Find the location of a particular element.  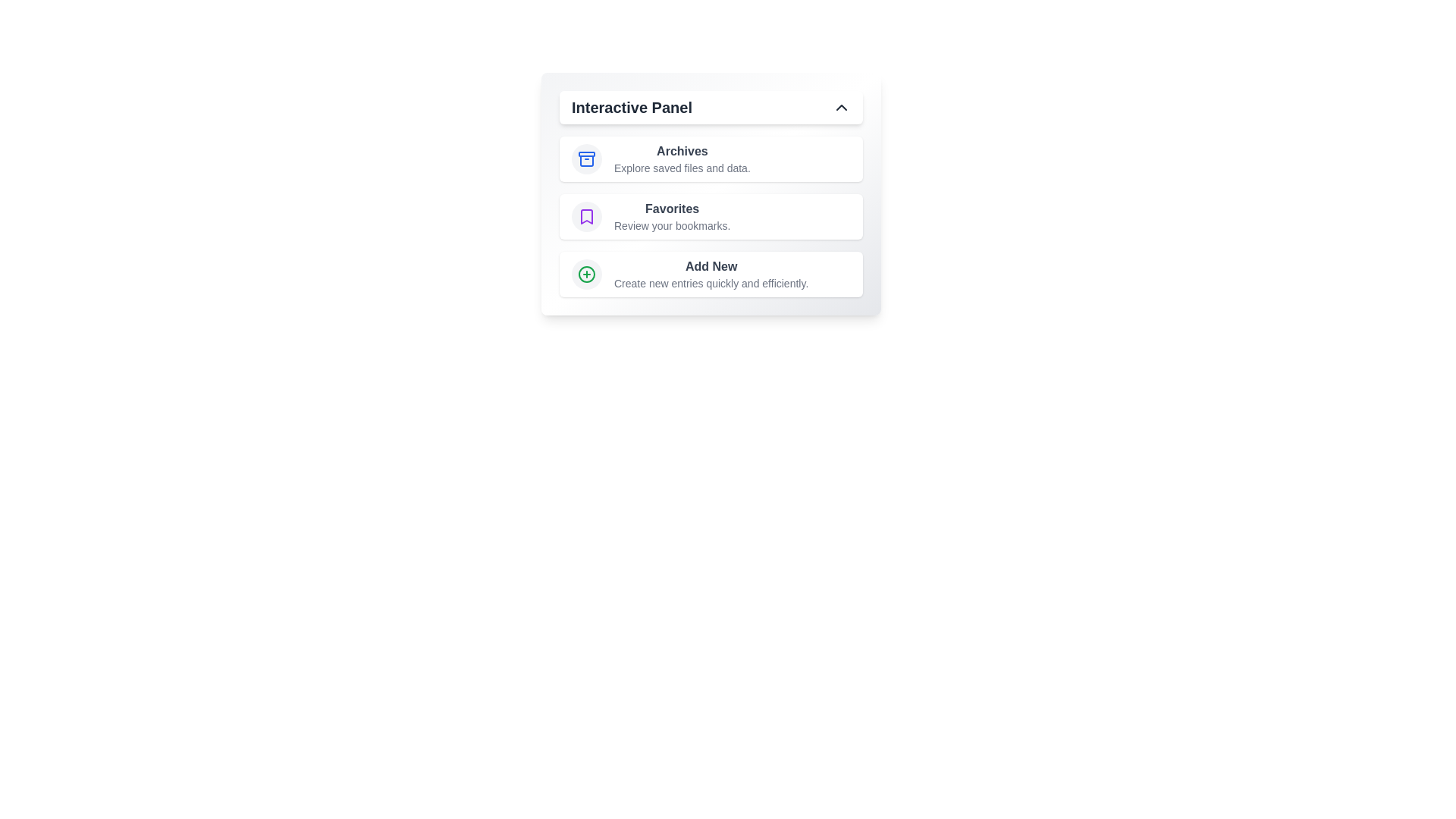

the menu item corresponding to Archives is located at coordinates (710, 158).